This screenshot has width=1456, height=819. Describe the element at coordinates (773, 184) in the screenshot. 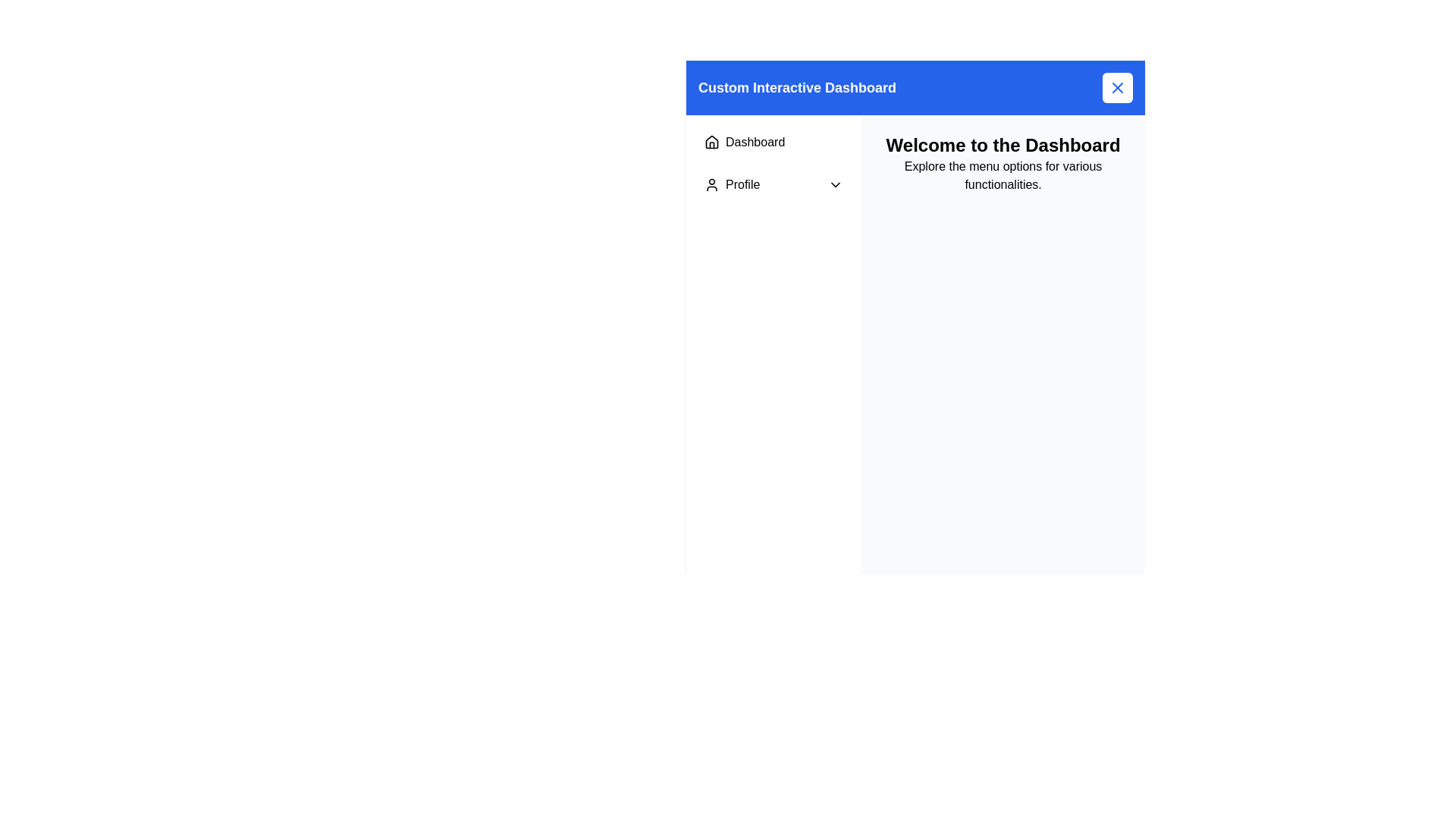

I see `the 'Profile' navigation button located in the left sidebar` at that location.